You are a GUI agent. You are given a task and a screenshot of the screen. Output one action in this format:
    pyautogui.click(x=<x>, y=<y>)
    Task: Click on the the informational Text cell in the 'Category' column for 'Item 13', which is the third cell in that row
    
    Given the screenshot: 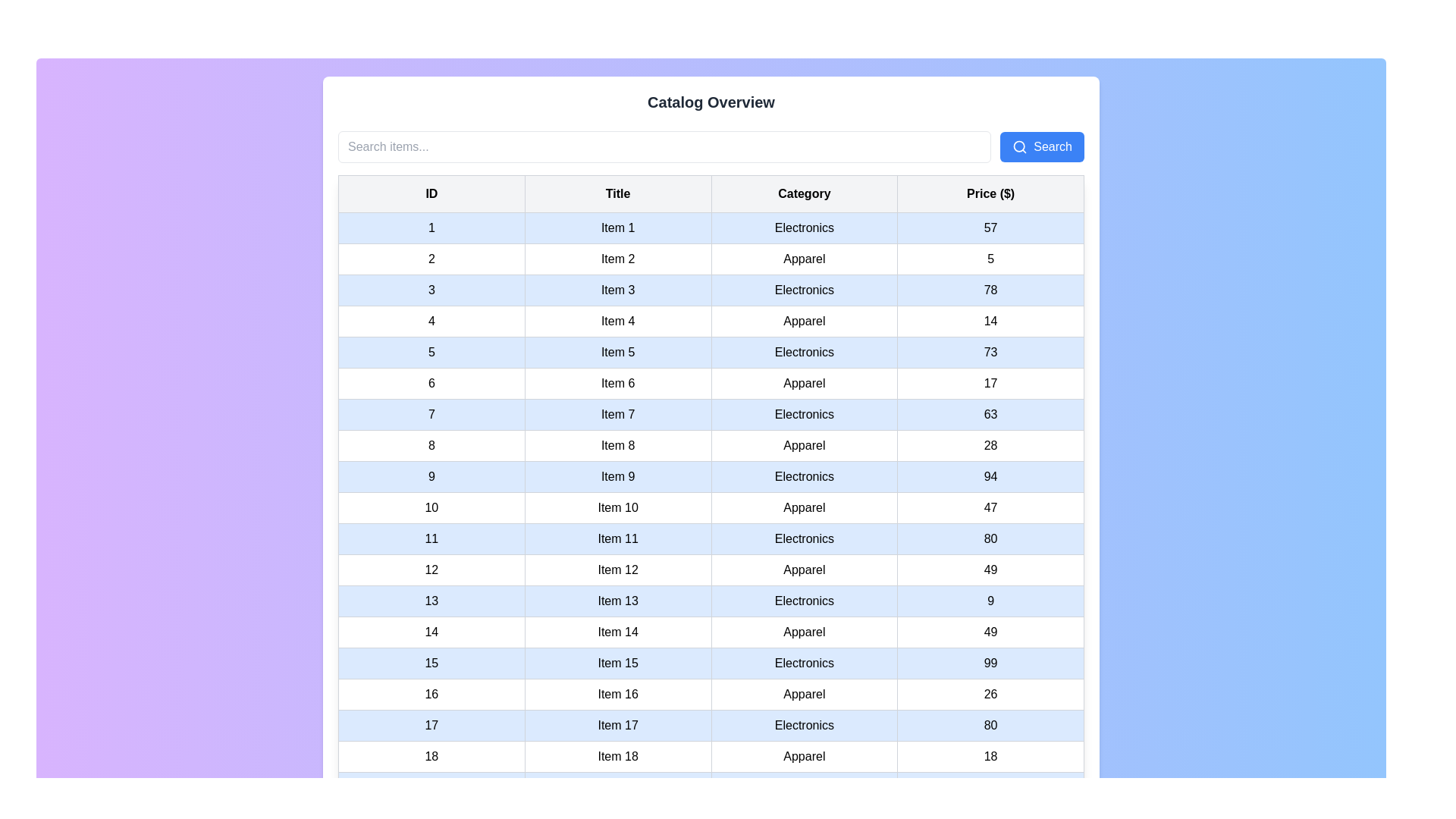 What is the action you would take?
    pyautogui.click(x=803, y=601)
    